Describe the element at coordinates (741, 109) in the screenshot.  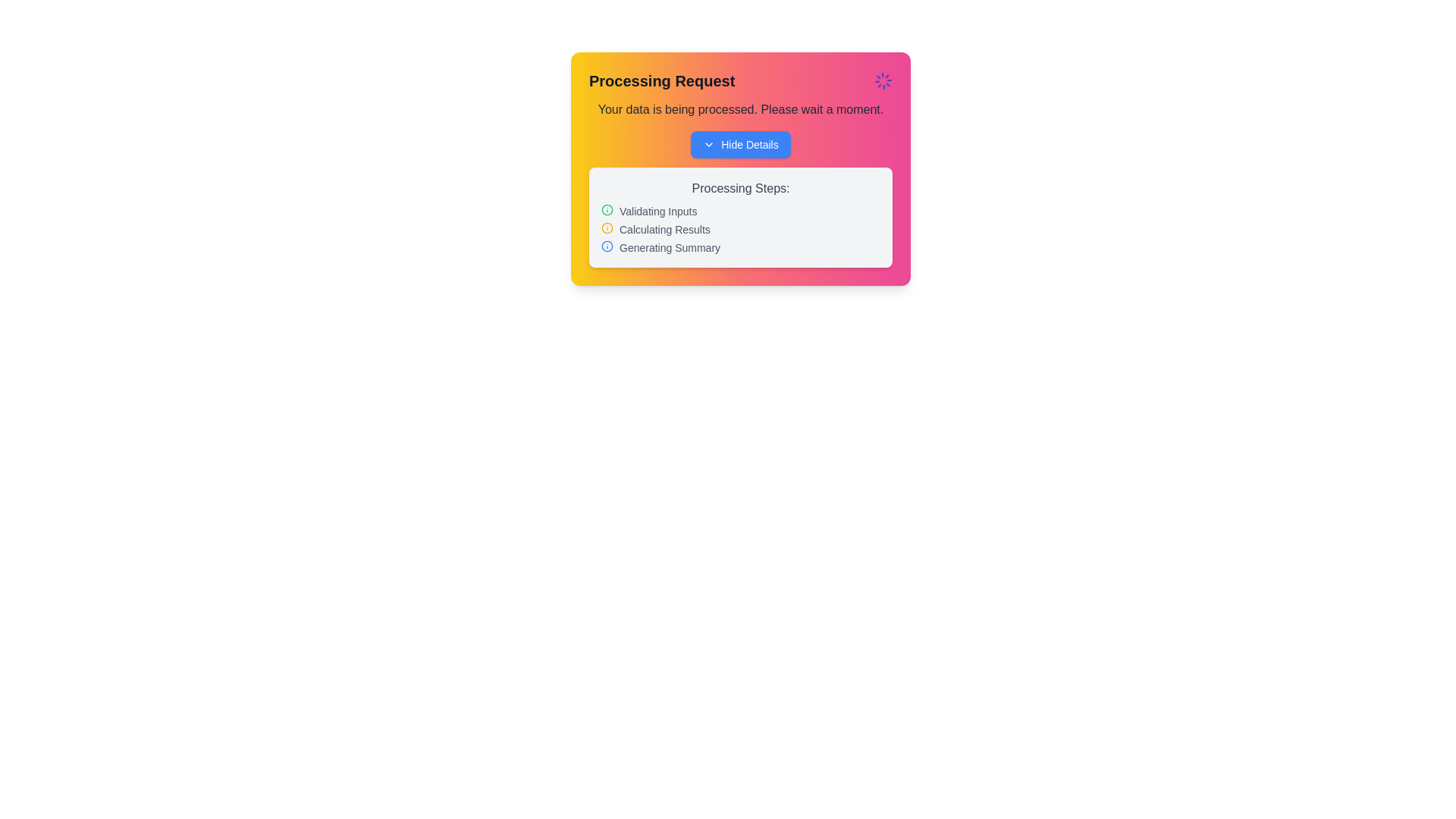
I see `the Text Label that reads 'Your data is being processed. Please wait a moment.' which is styled in gray and located below the header 'Processing Request'` at that location.